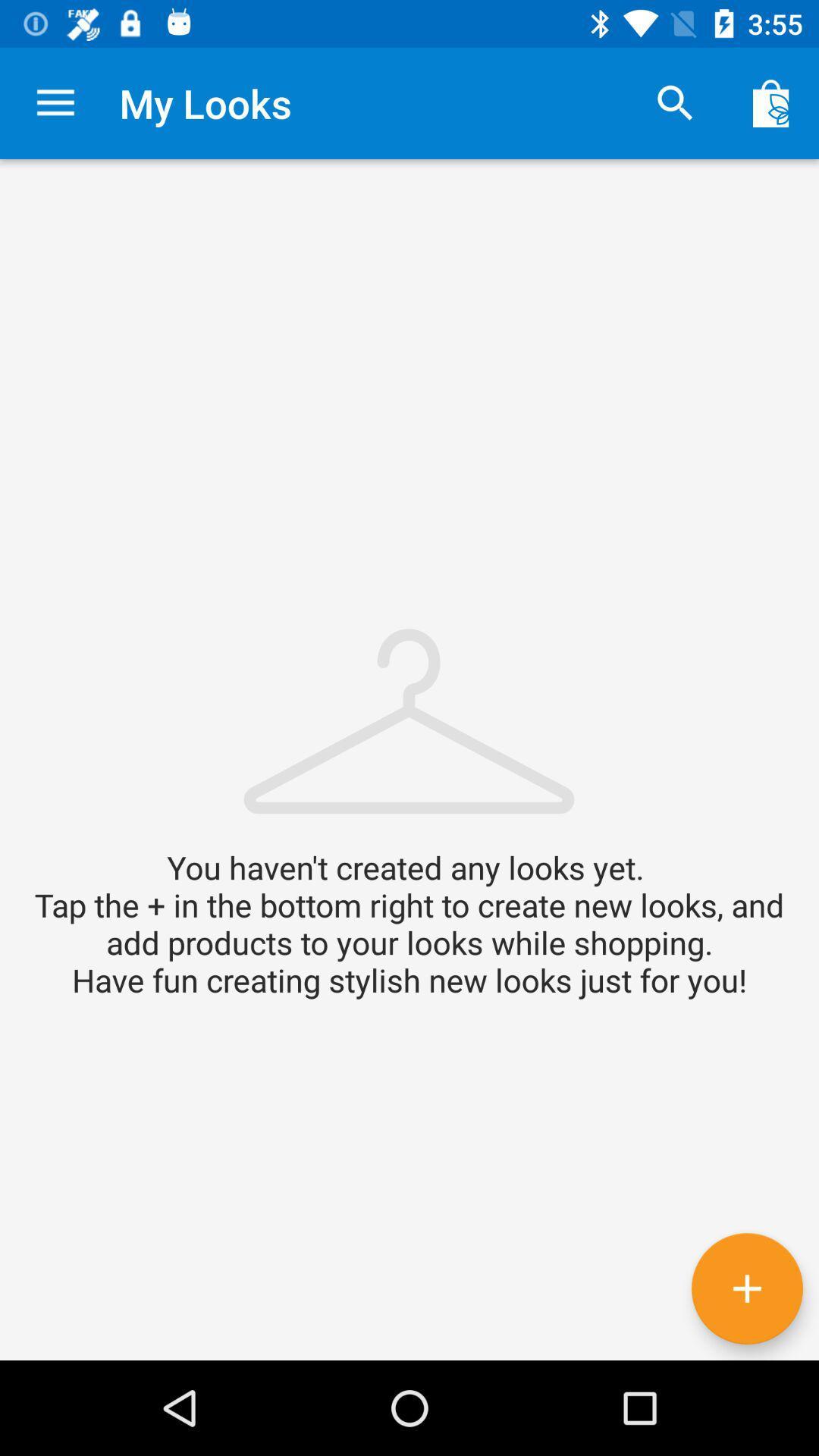 The image size is (819, 1456). What do you see at coordinates (746, 1288) in the screenshot?
I see `the icon at the bottom right corner` at bounding box center [746, 1288].